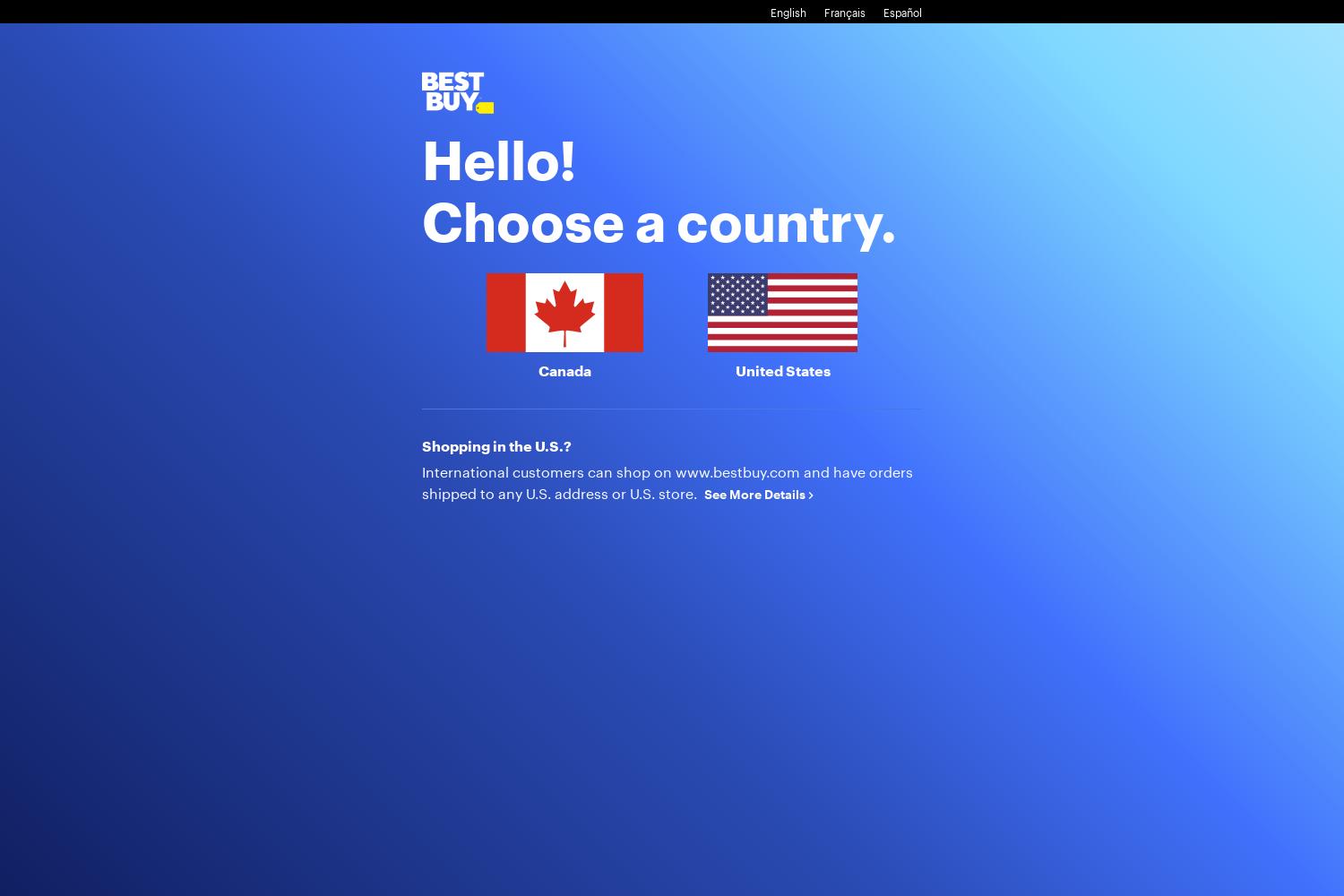 The height and width of the screenshot is (896, 1344). I want to click on 'United States', so click(780, 370).